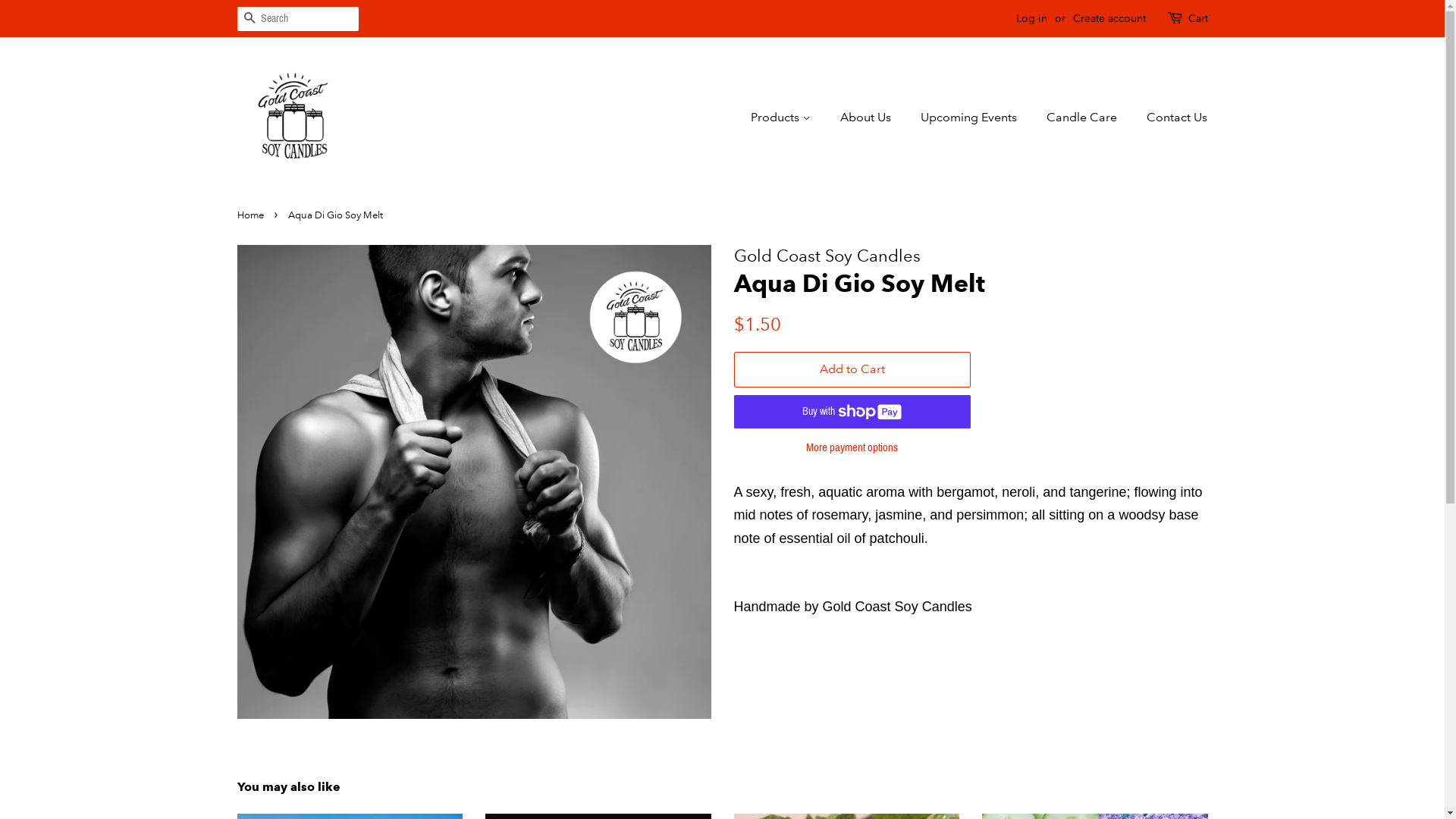  I want to click on 'Contact Us', so click(1170, 116).